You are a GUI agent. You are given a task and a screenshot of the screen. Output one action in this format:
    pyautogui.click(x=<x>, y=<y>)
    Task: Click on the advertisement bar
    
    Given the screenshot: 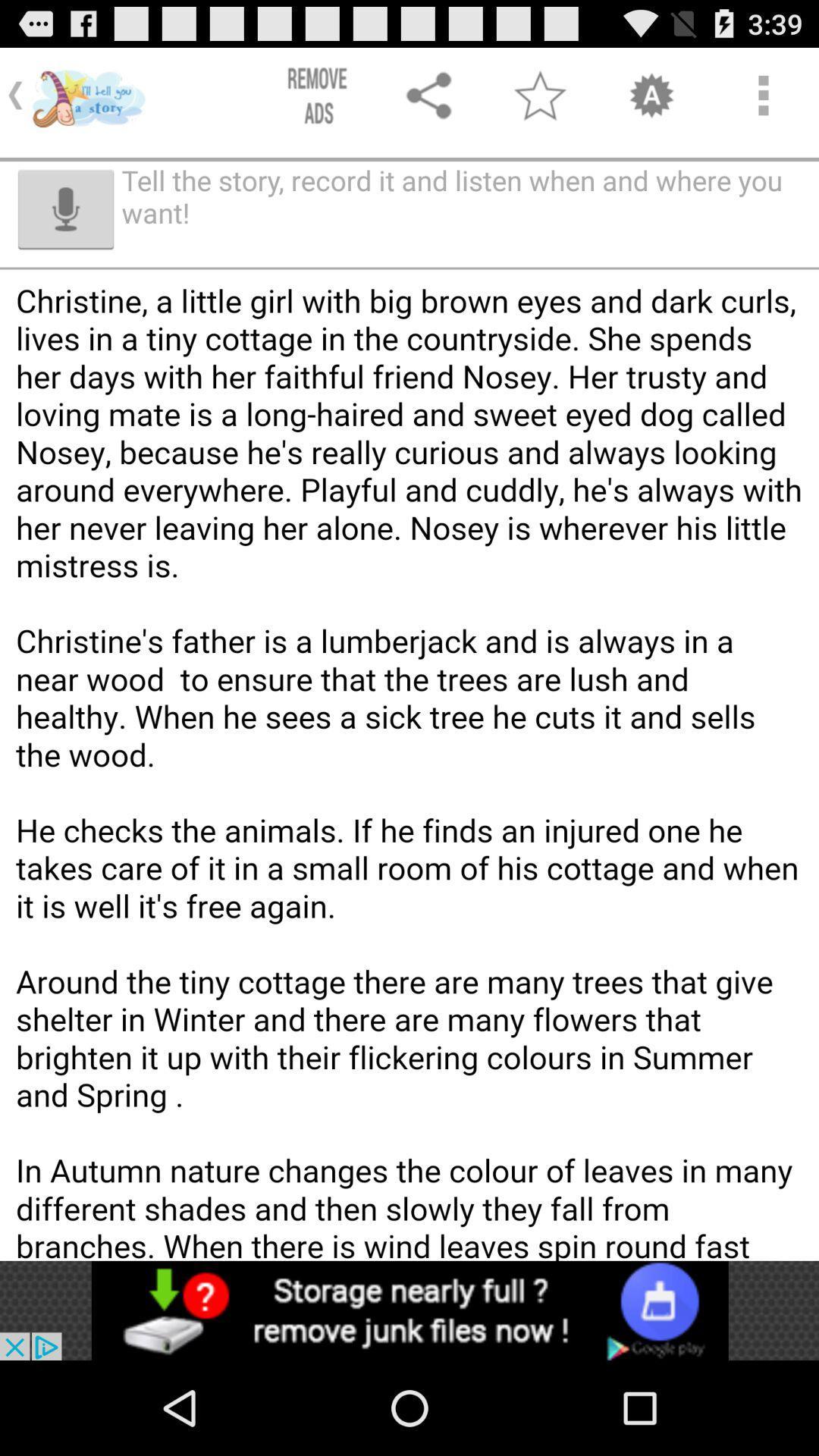 What is the action you would take?
    pyautogui.click(x=409, y=1310)
    